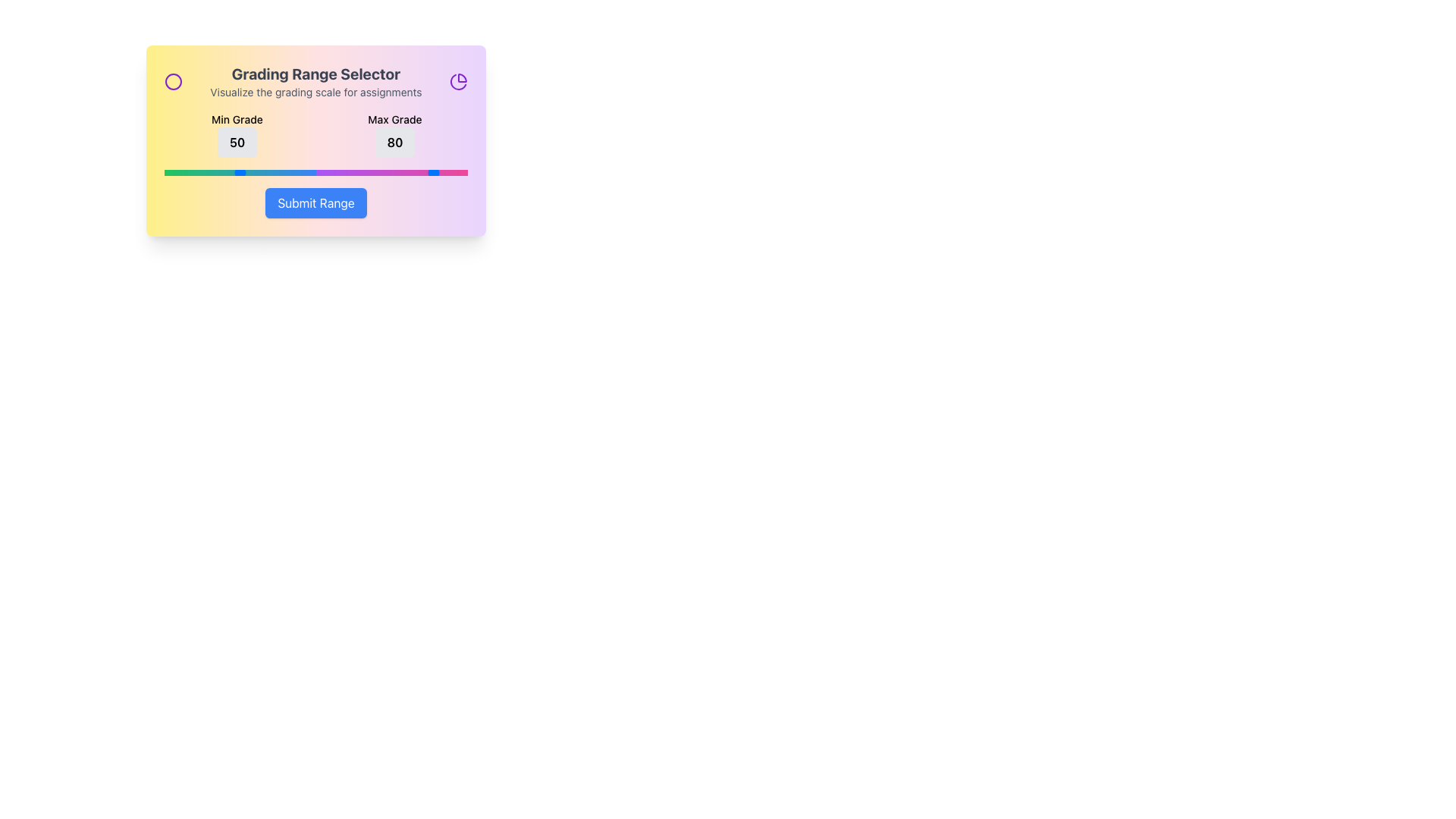 The width and height of the screenshot is (1456, 819). What do you see at coordinates (236, 119) in the screenshot?
I see `'Min Grade' label, which is the left-most label positioned above the numerical value '50'` at bounding box center [236, 119].